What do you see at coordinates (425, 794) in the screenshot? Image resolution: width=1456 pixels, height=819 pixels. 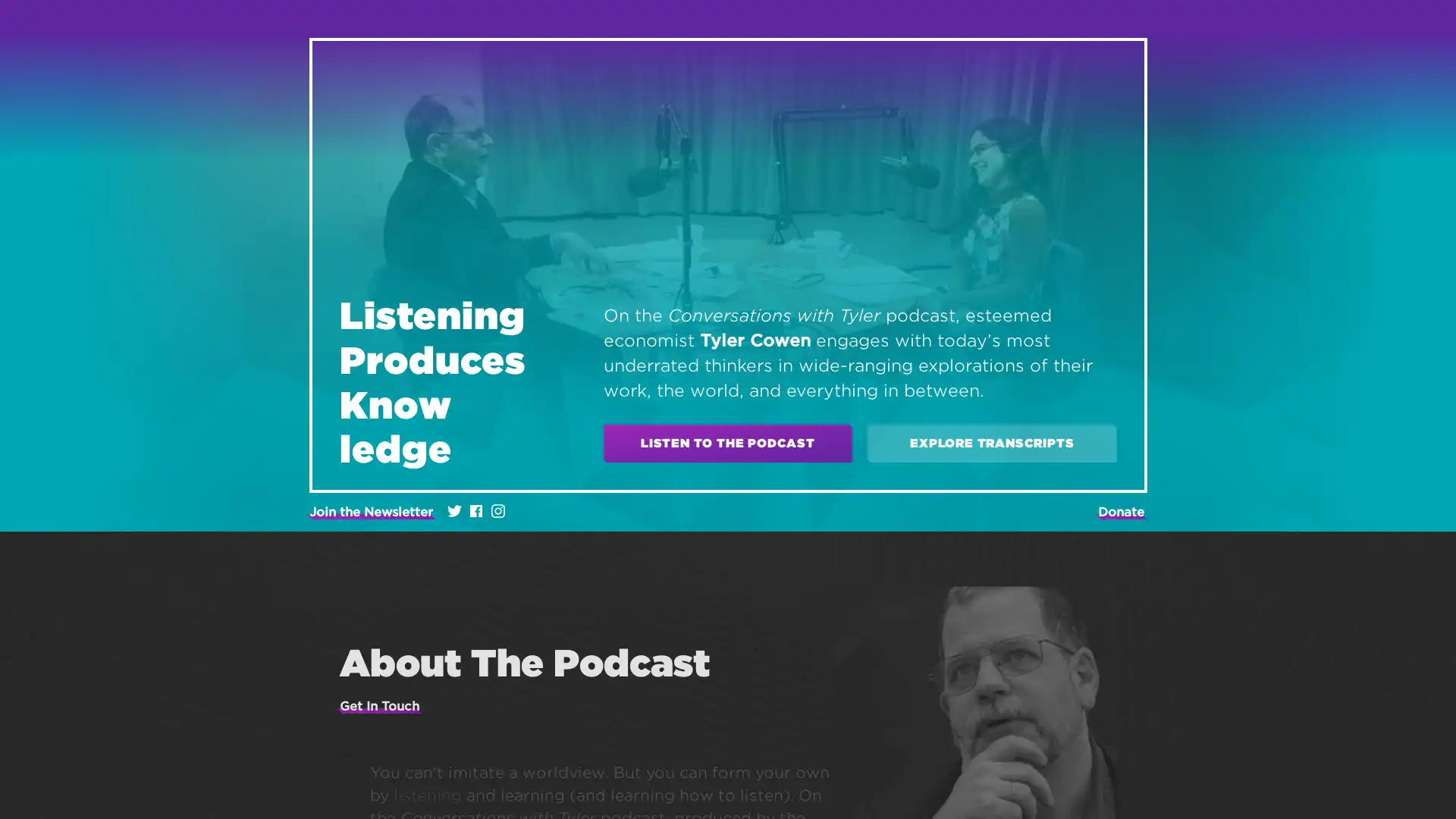 I see `listening` at bounding box center [425, 794].